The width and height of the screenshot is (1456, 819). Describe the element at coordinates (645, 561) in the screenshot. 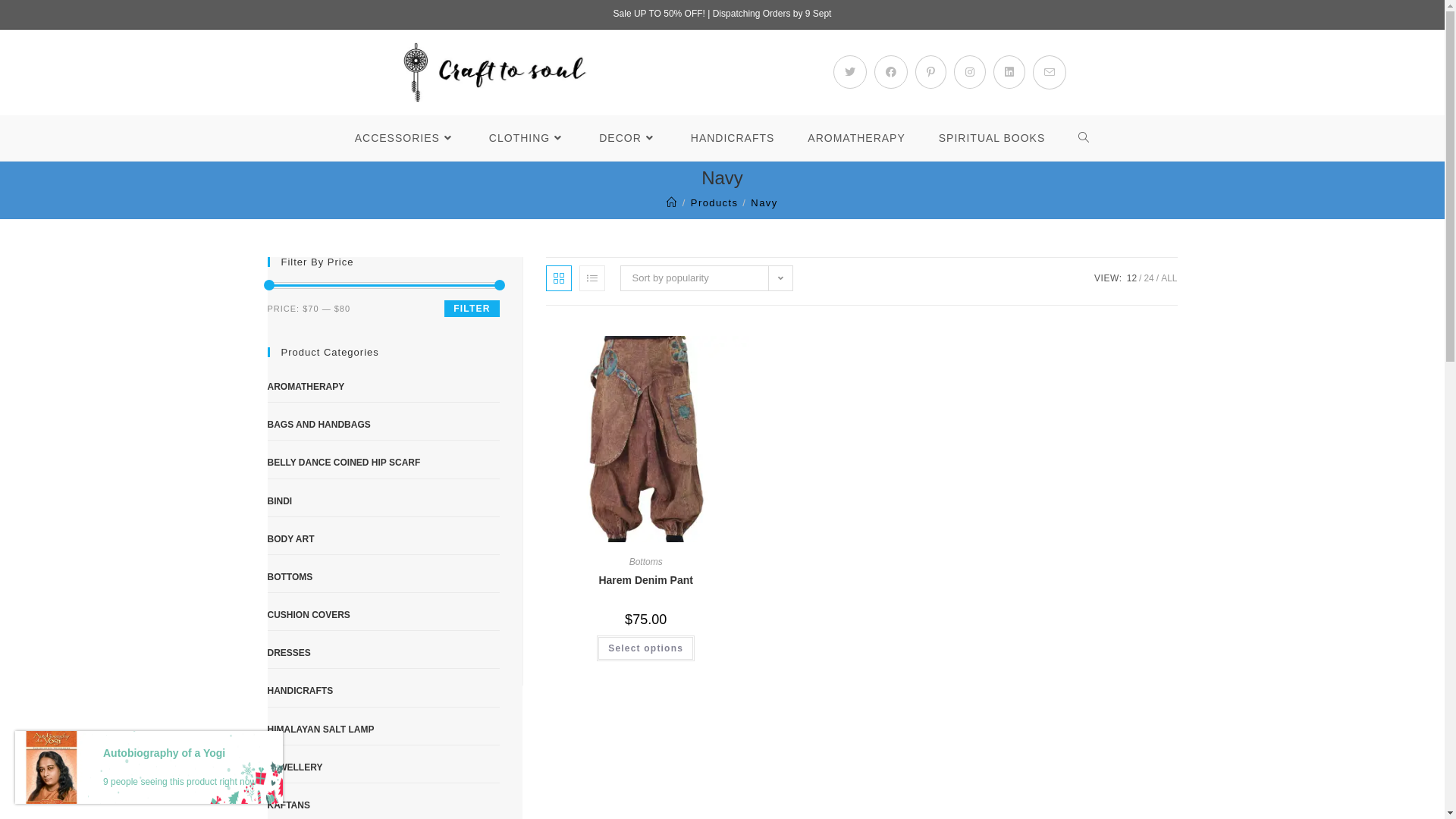

I see `'Bottoms'` at that location.